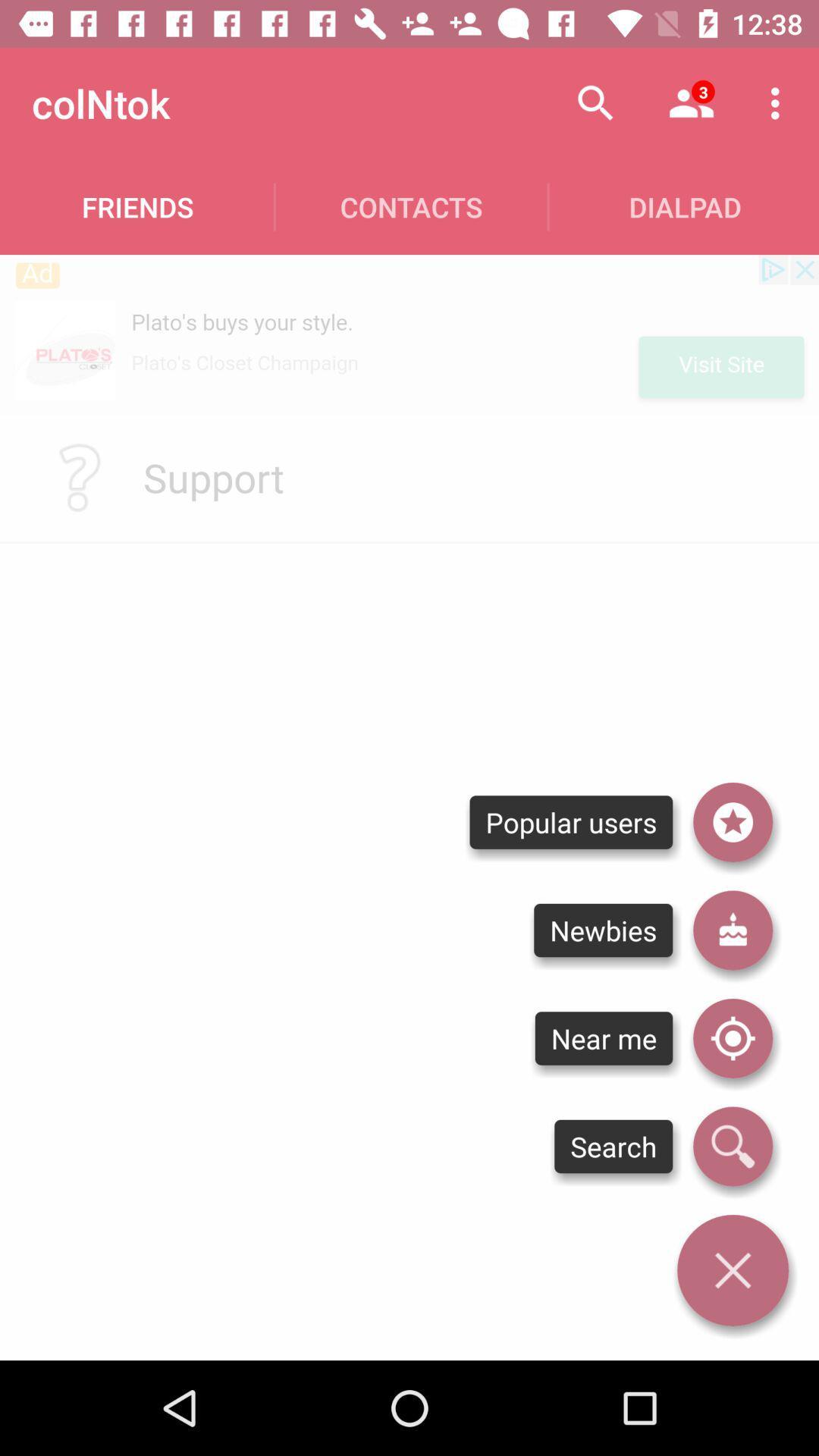  What do you see at coordinates (732, 930) in the screenshot?
I see `the item next to the popular users item` at bounding box center [732, 930].